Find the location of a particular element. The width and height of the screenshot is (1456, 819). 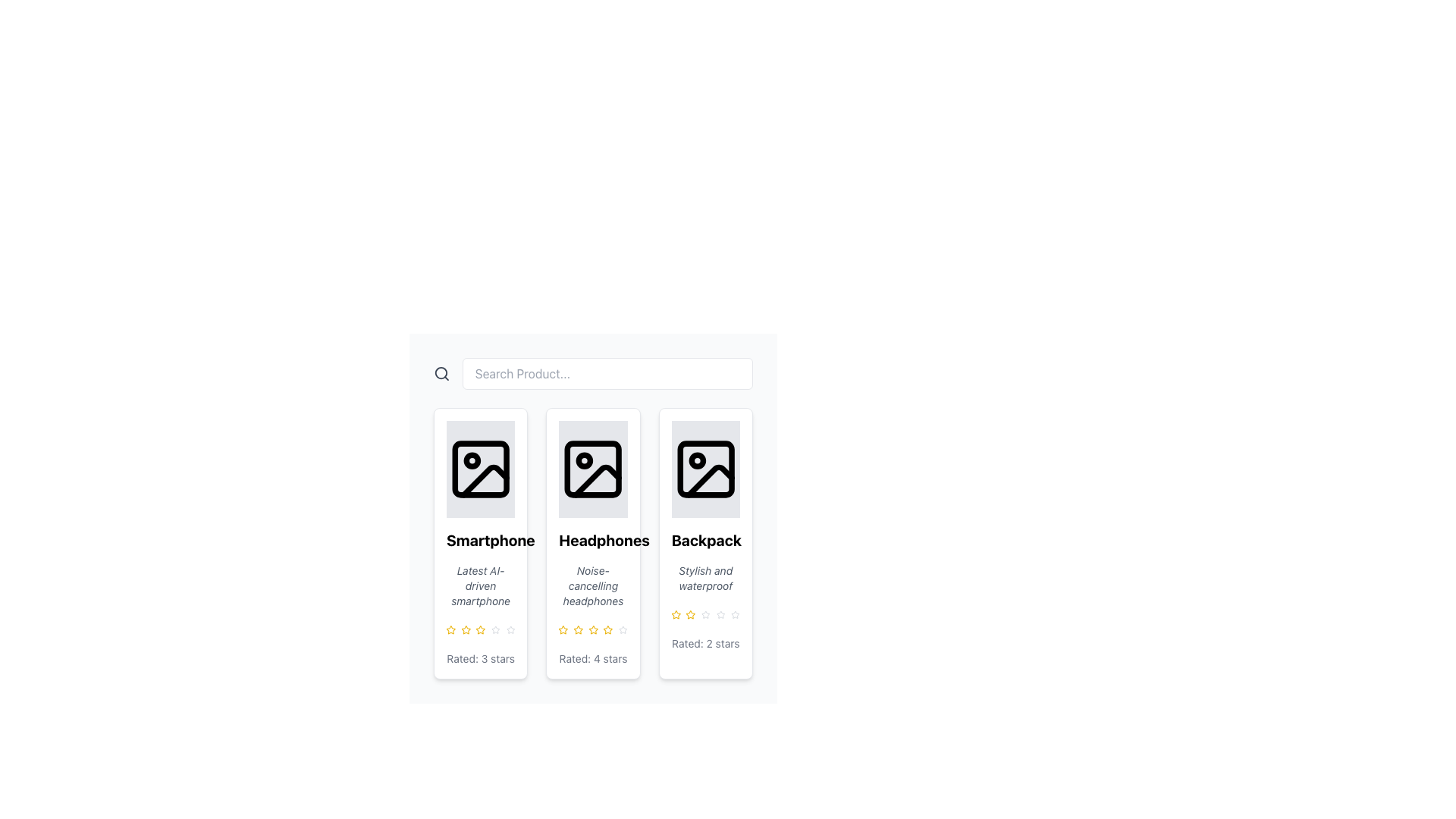

the image placeholder icon at the top of the product card labeled 'Backpack', which is styled with black lines on a light gray background is located at coordinates (704, 468).